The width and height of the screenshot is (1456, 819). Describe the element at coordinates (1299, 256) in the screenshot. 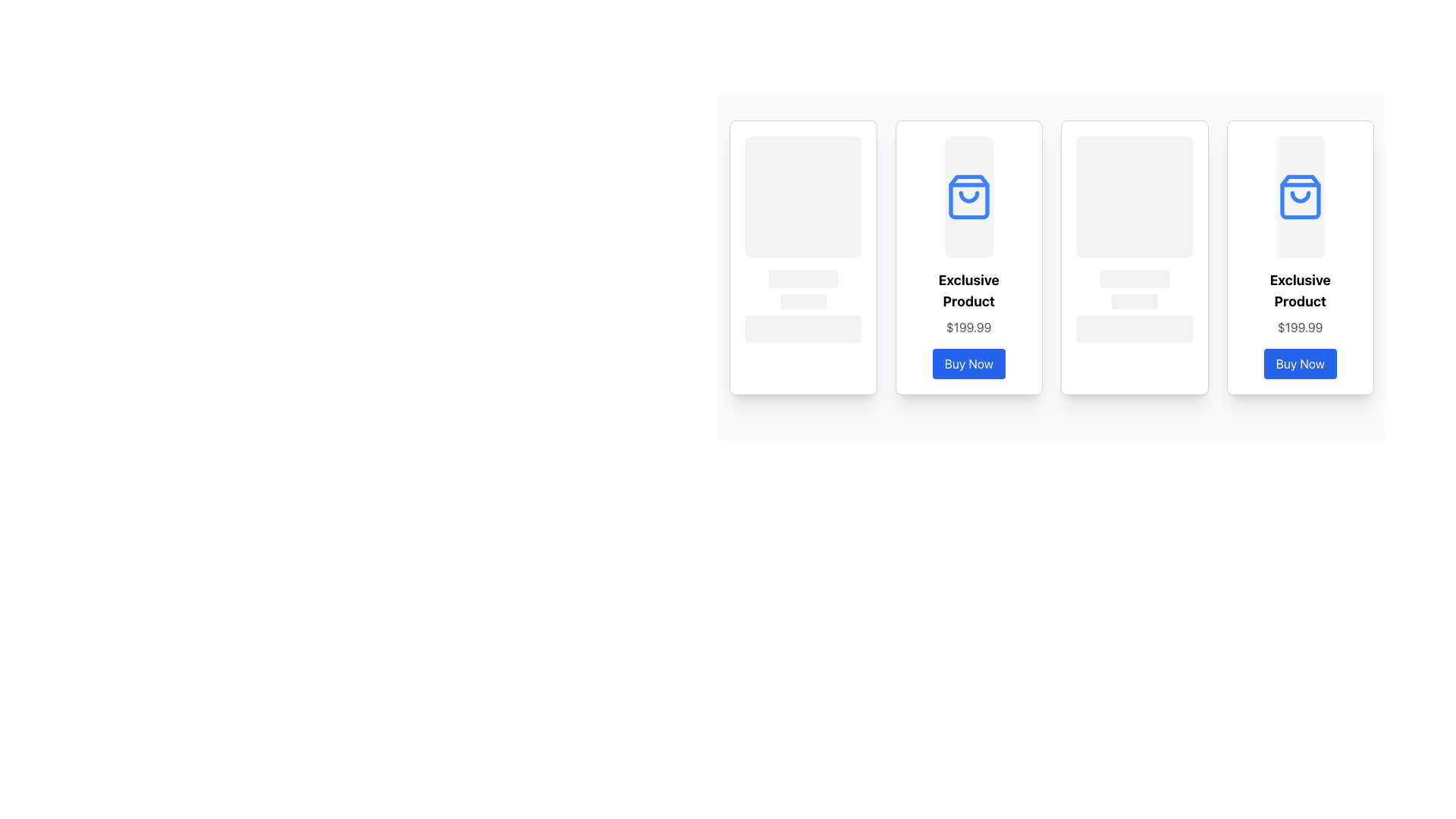

I see `the fourth product display card located at the far-right end of a horizontally arranged grid of four similar cards` at that location.